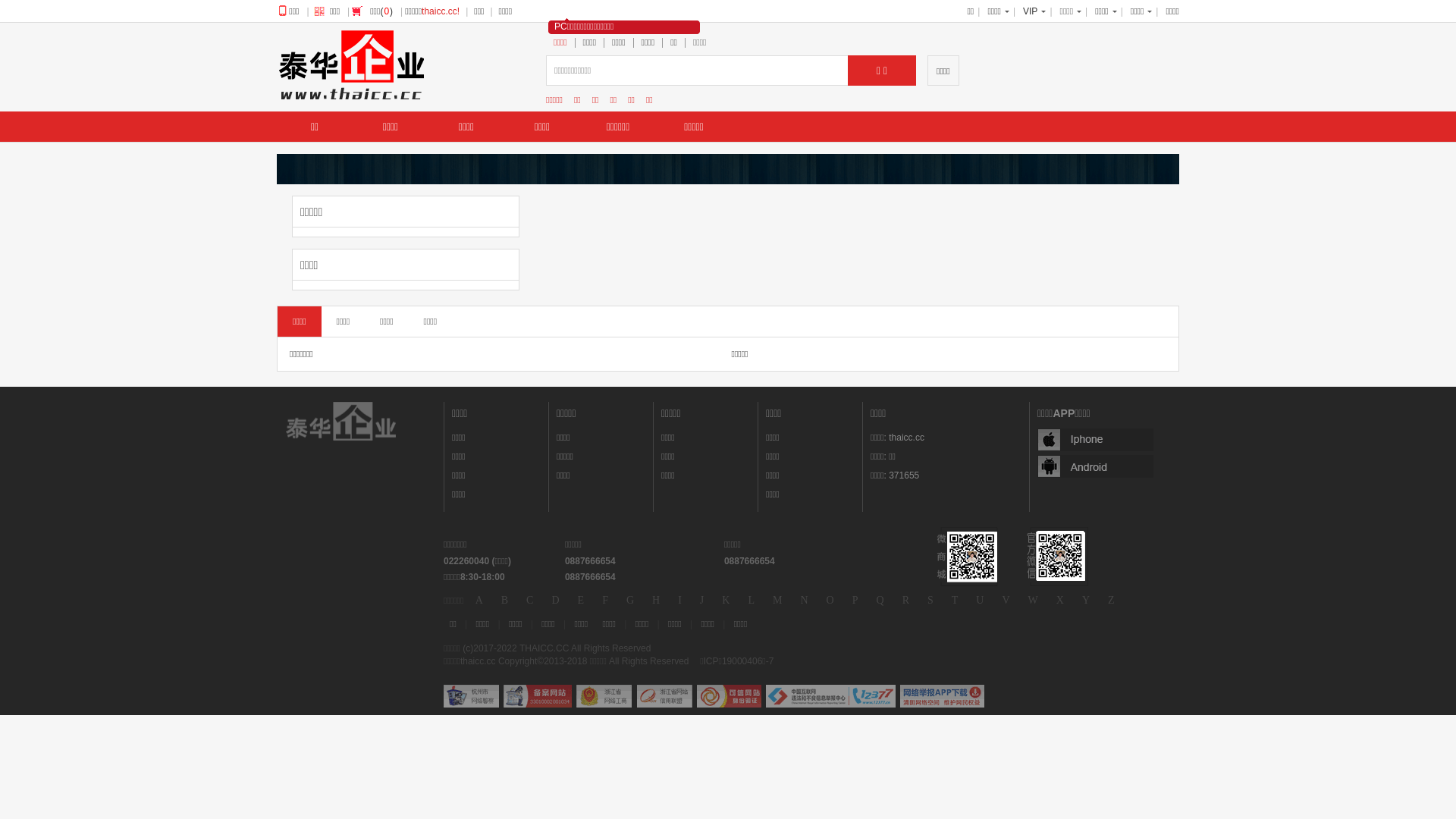 The width and height of the screenshot is (1456, 819). I want to click on 'L', so click(742, 599).